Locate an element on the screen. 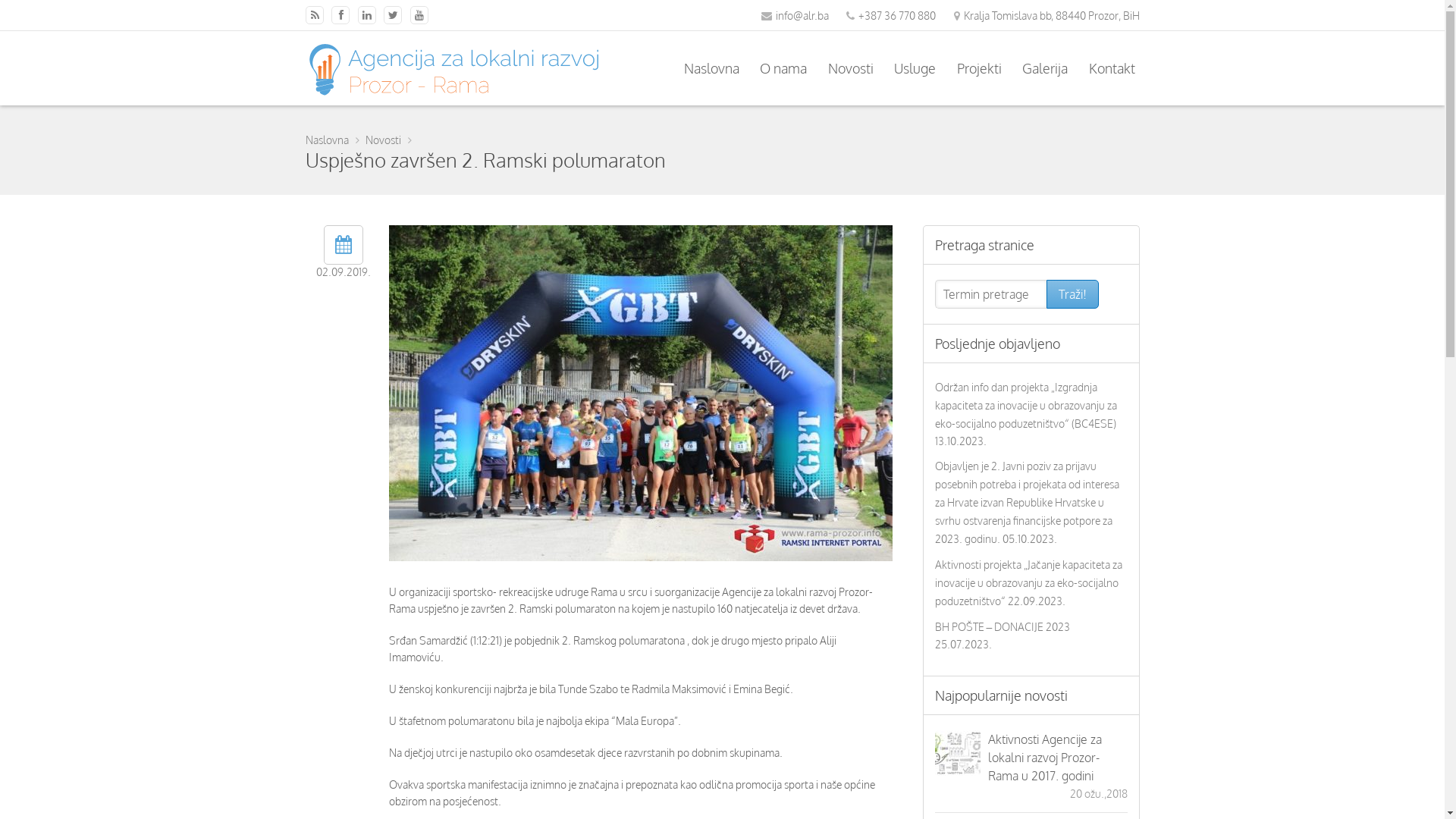  'Novosti' is located at coordinates (822, 67).